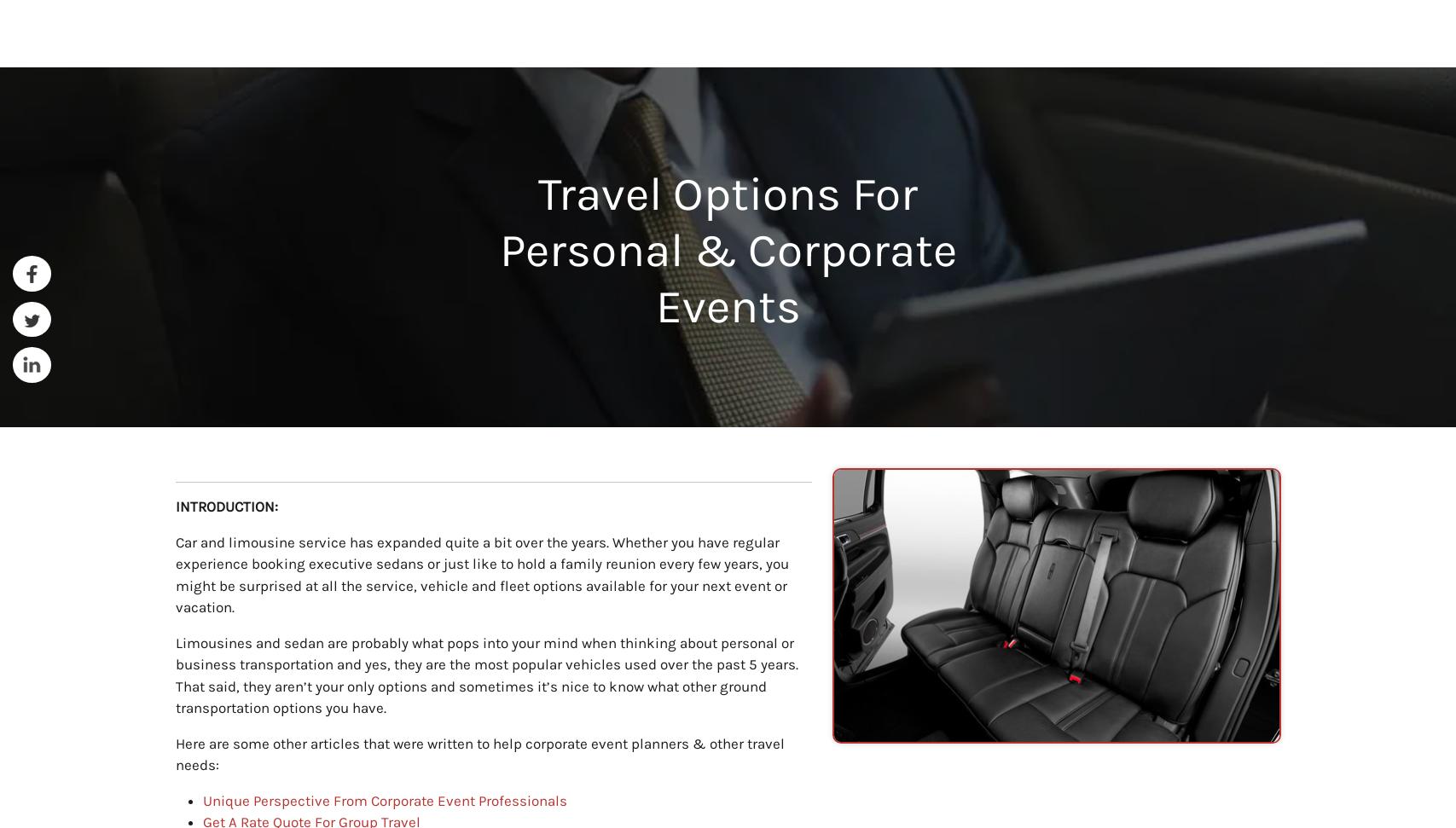 This screenshot has width=1456, height=828. I want to click on 'Check out what our clients have to say about their experience with us.', so click(727, 432).